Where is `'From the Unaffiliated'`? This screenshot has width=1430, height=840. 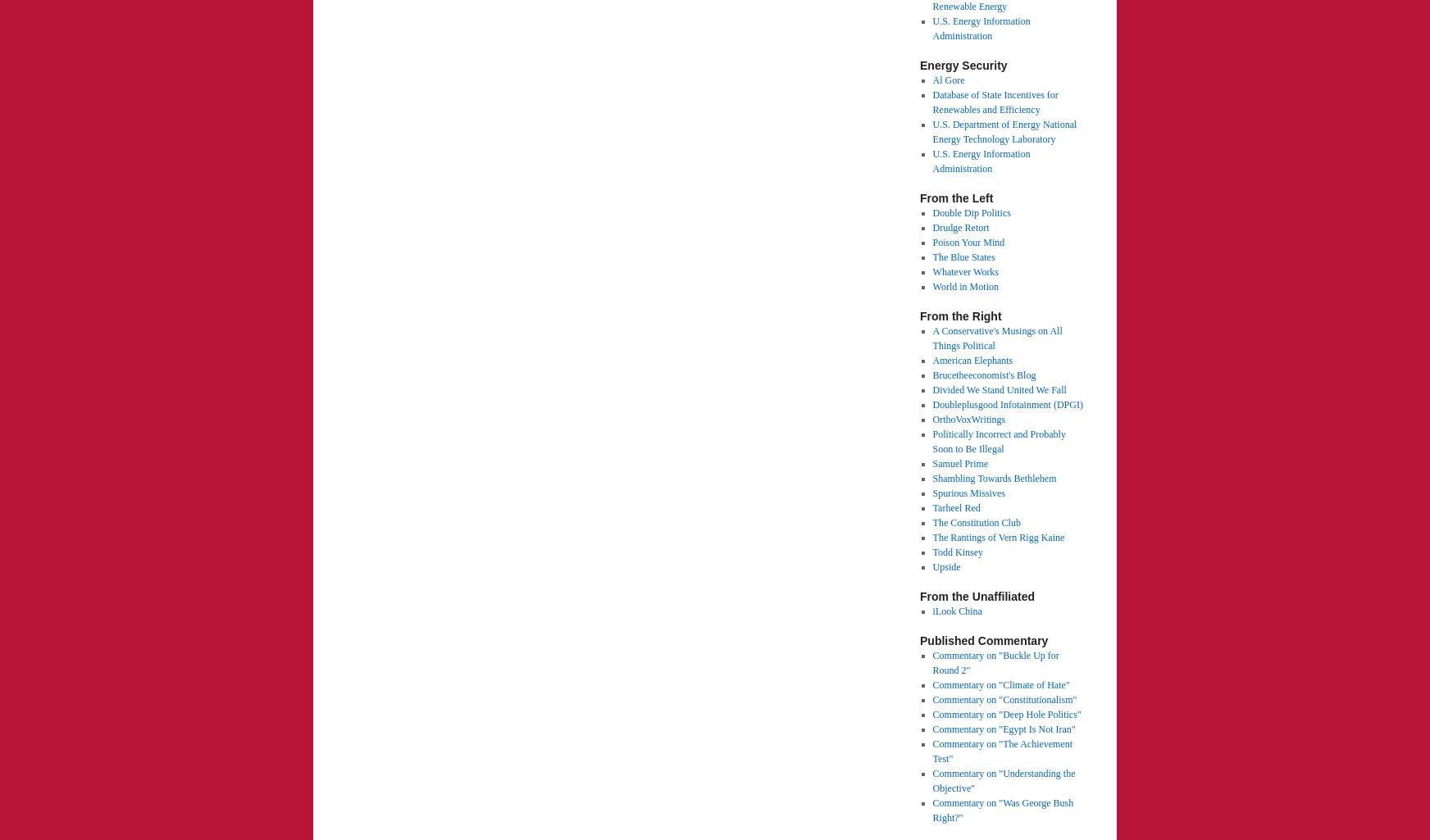 'From the Unaffiliated' is located at coordinates (918, 595).